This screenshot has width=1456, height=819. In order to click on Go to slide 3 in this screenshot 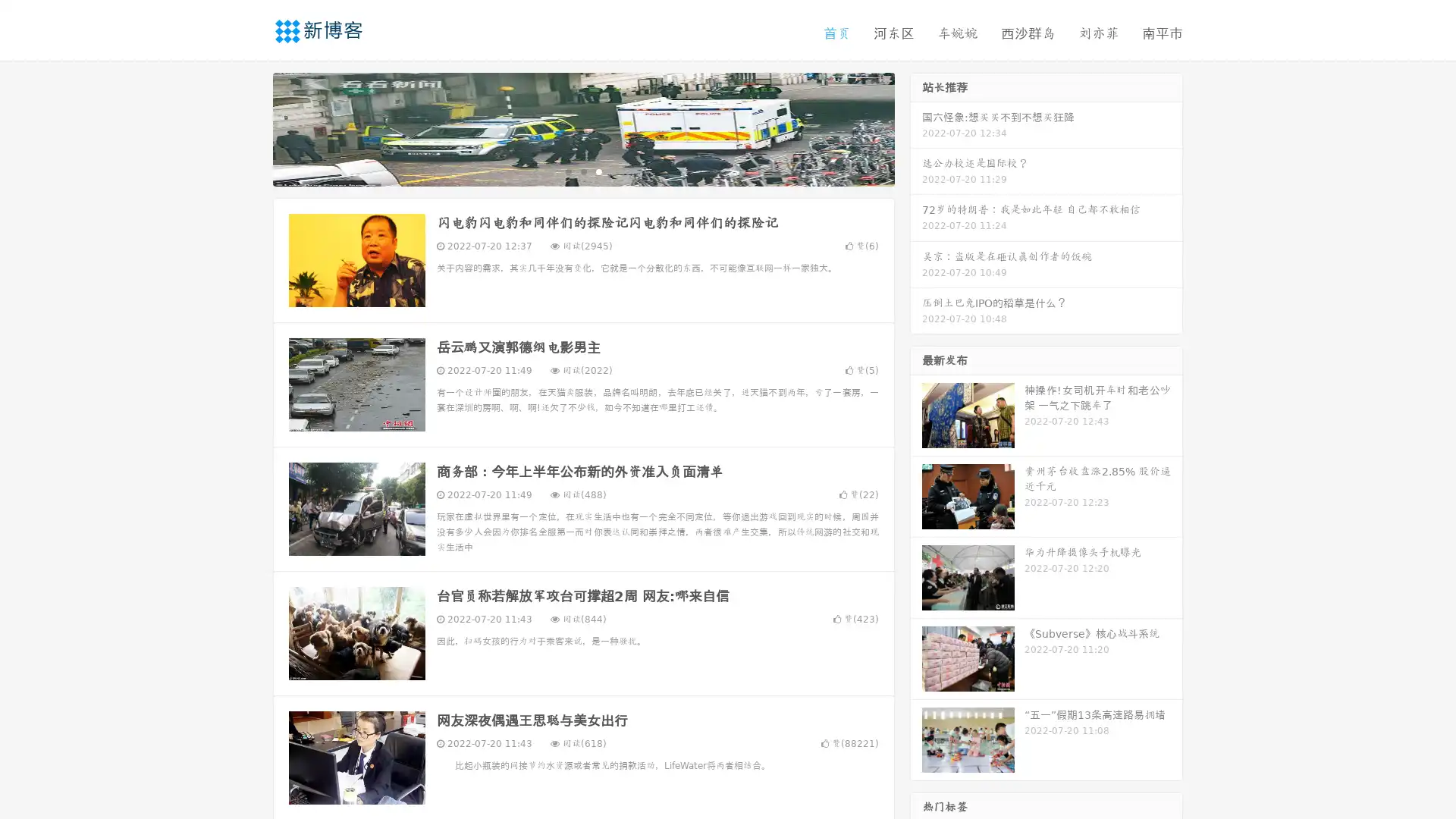, I will do `click(598, 171)`.